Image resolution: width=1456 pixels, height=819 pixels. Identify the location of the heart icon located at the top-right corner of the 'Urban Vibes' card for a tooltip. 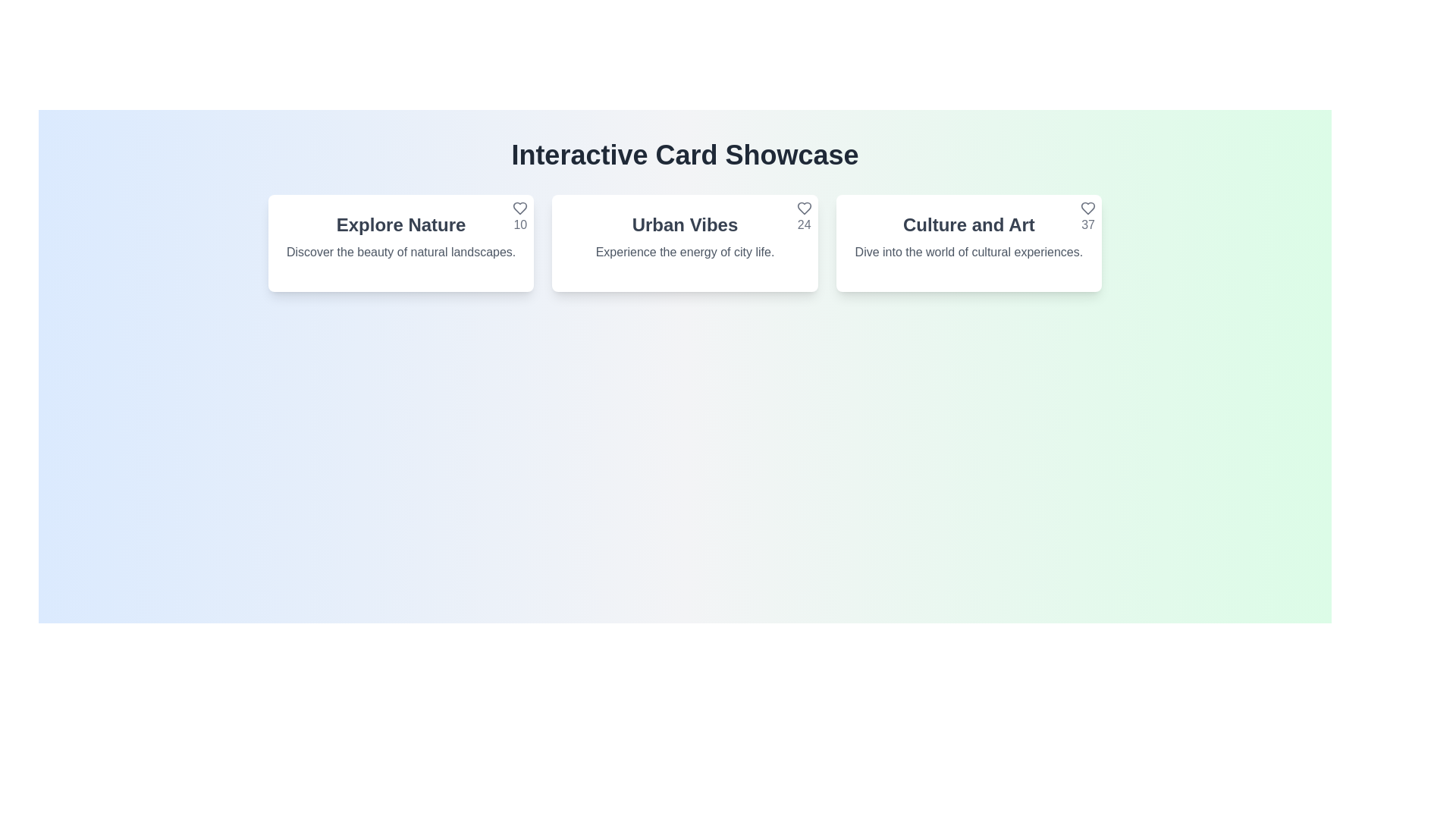
(803, 208).